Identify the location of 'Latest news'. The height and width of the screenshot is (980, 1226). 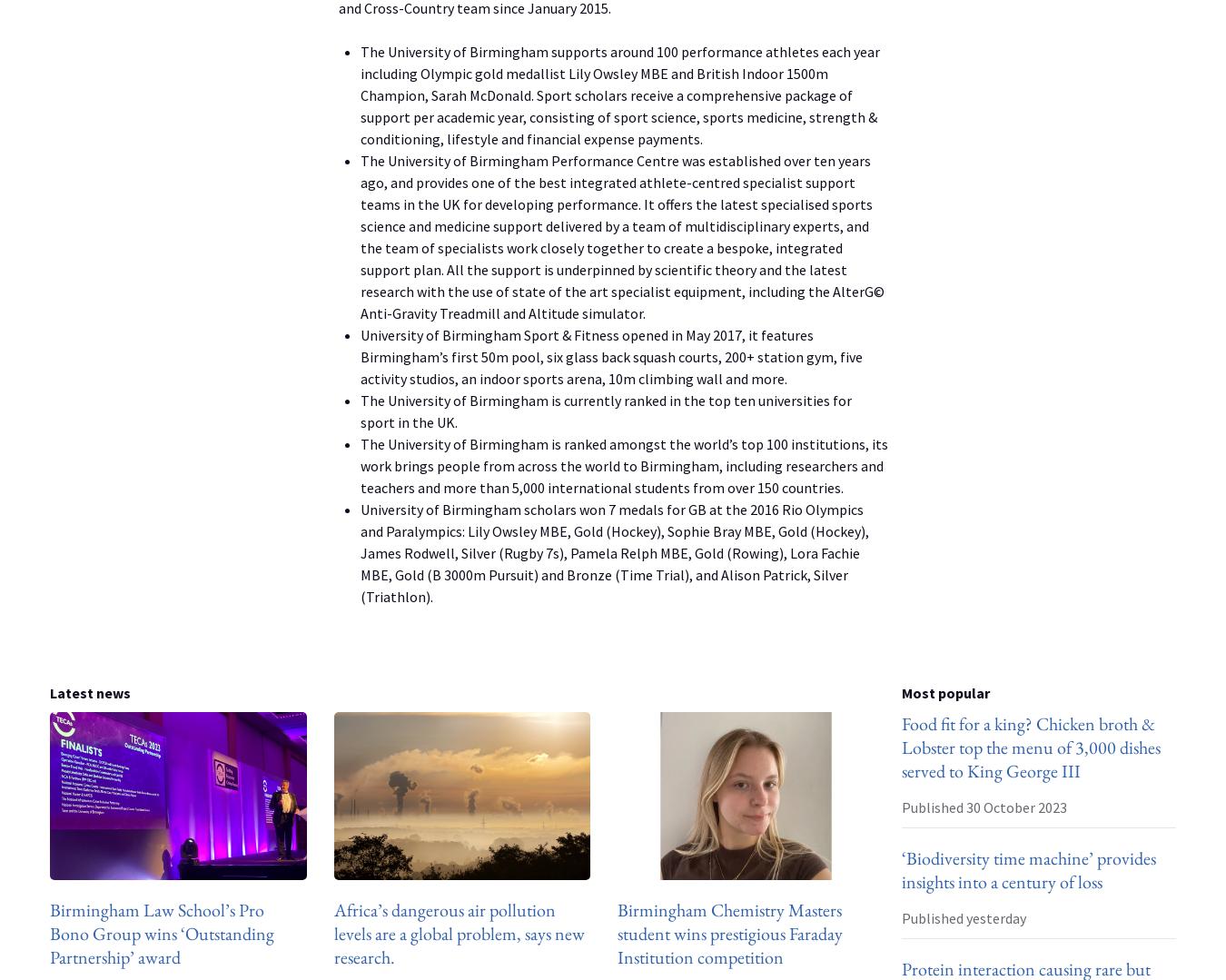
(89, 692).